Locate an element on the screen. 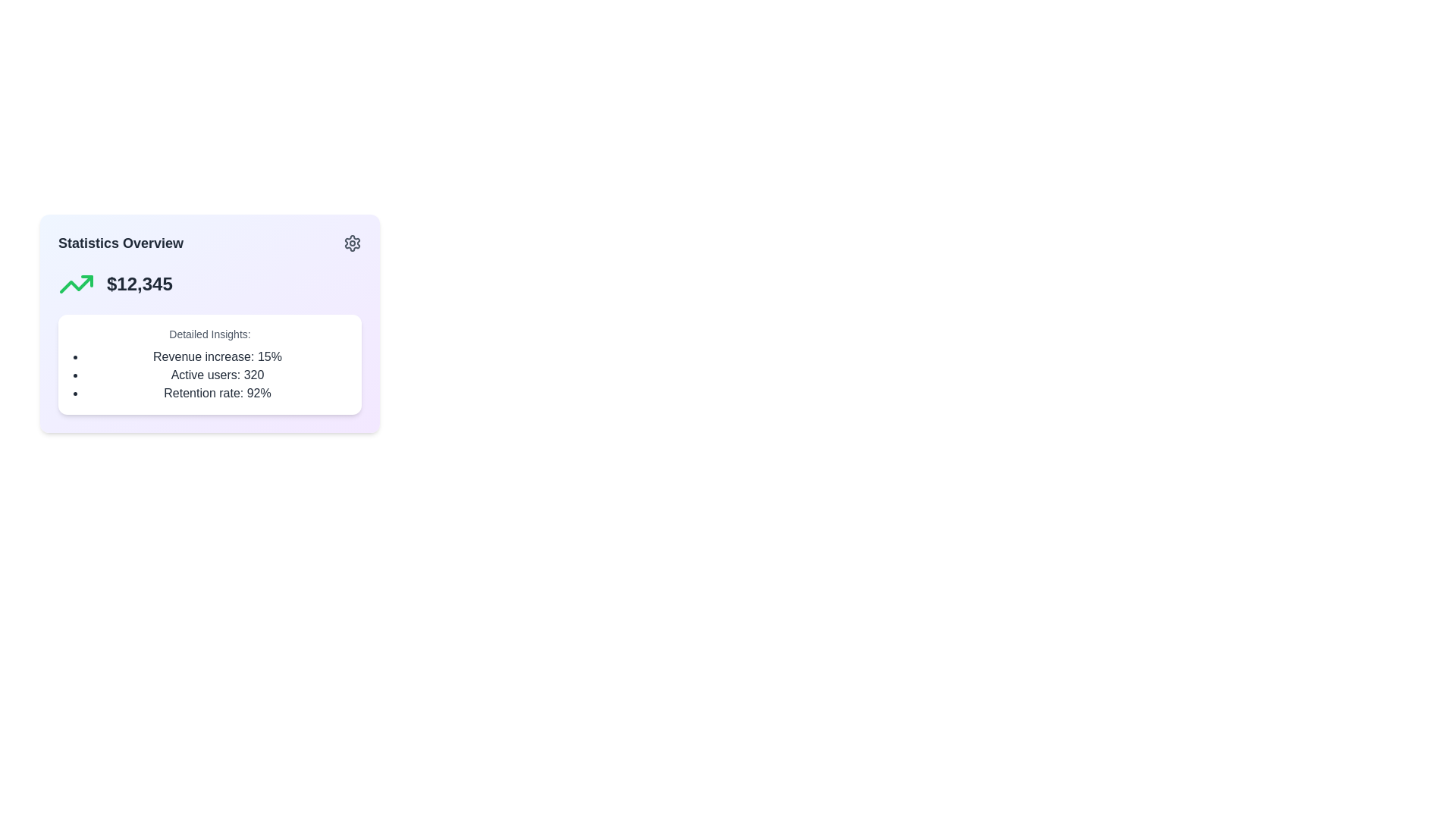 This screenshot has width=1456, height=819. the green upward-trending arrow icon within the 'Statistics Overview' dashboard to interact with it, if it is linked is located at coordinates (75, 284).